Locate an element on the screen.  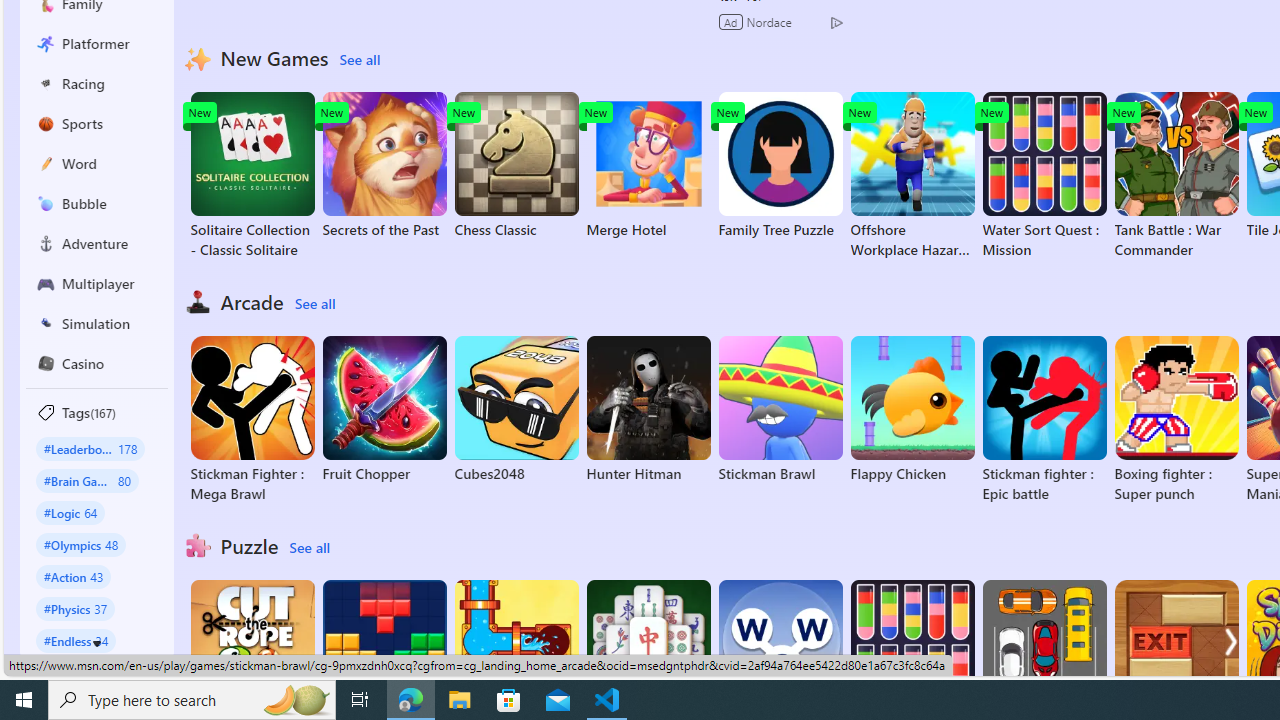
'Cubes2048' is located at coordinates (516, 409).